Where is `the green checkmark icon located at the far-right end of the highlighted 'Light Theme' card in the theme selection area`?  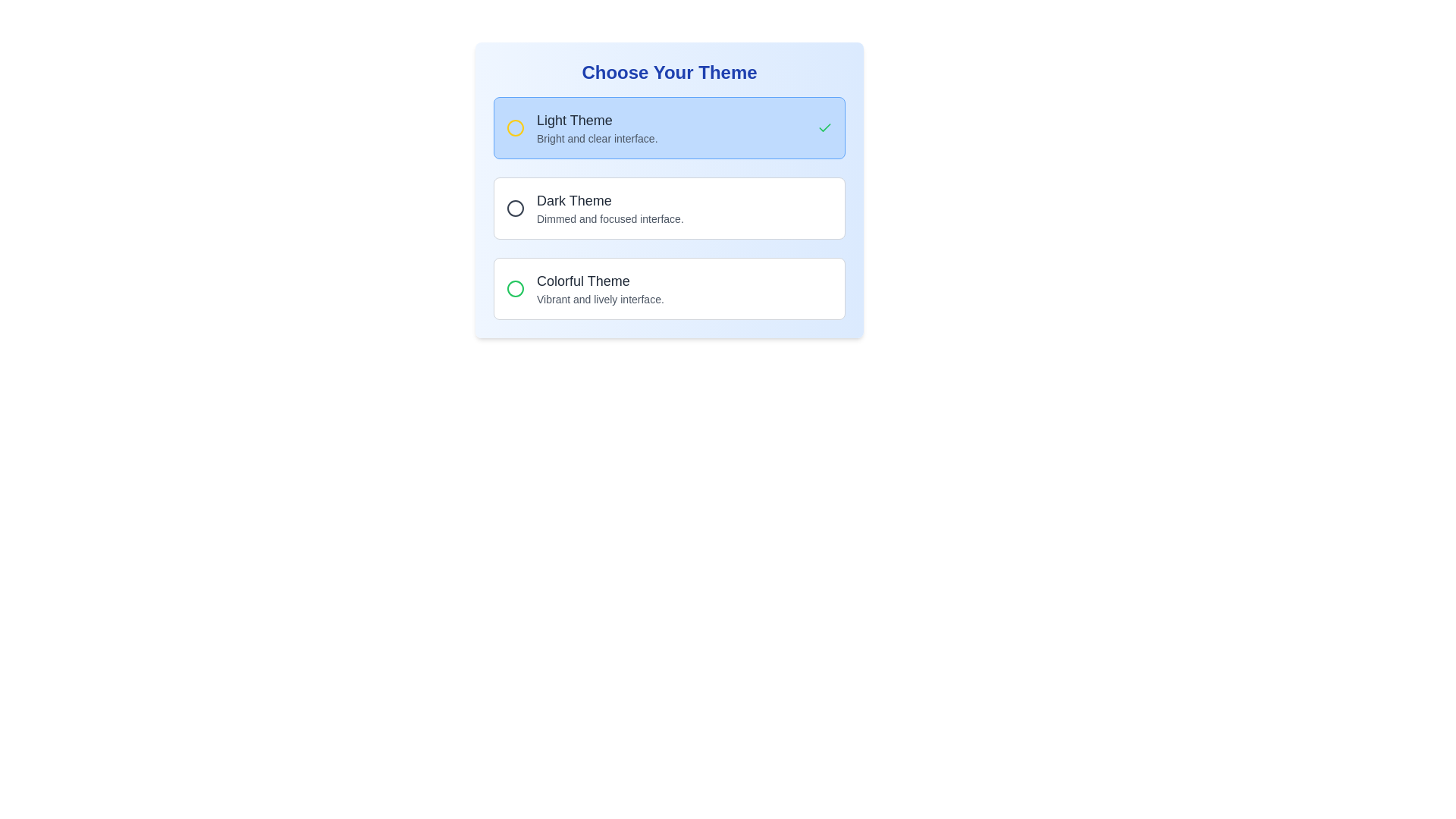 the green checkmark icon located at the far-right end of the highlighted 'Light Theme' card in the theme selection area is located at coordinates (824, 127).